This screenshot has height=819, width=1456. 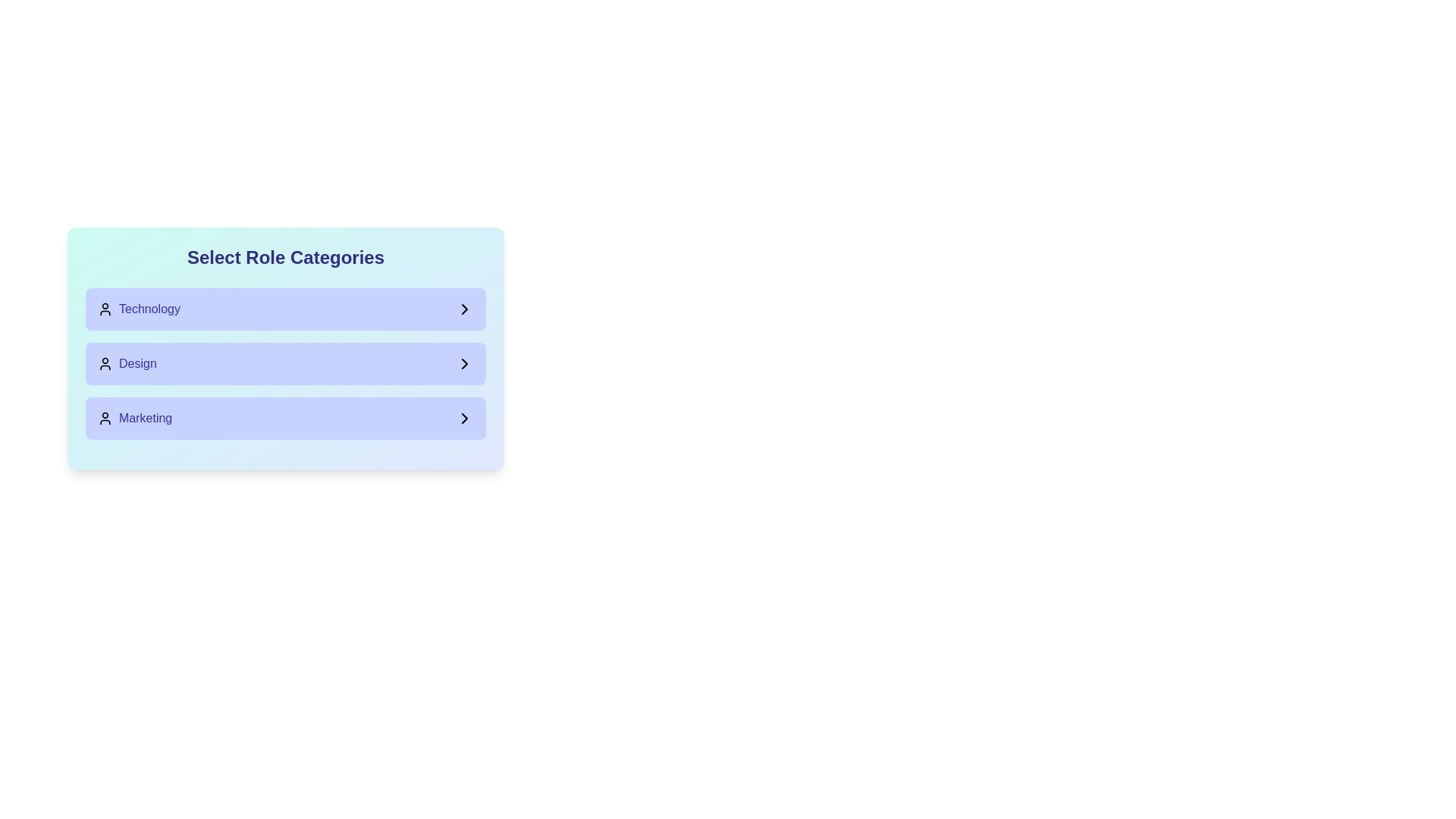 What do you see at coordinates (464, 363) in the screenshot?
I see `the chevron icon located to the far-right of the 'Design' label` at bounding box center [464, 363].